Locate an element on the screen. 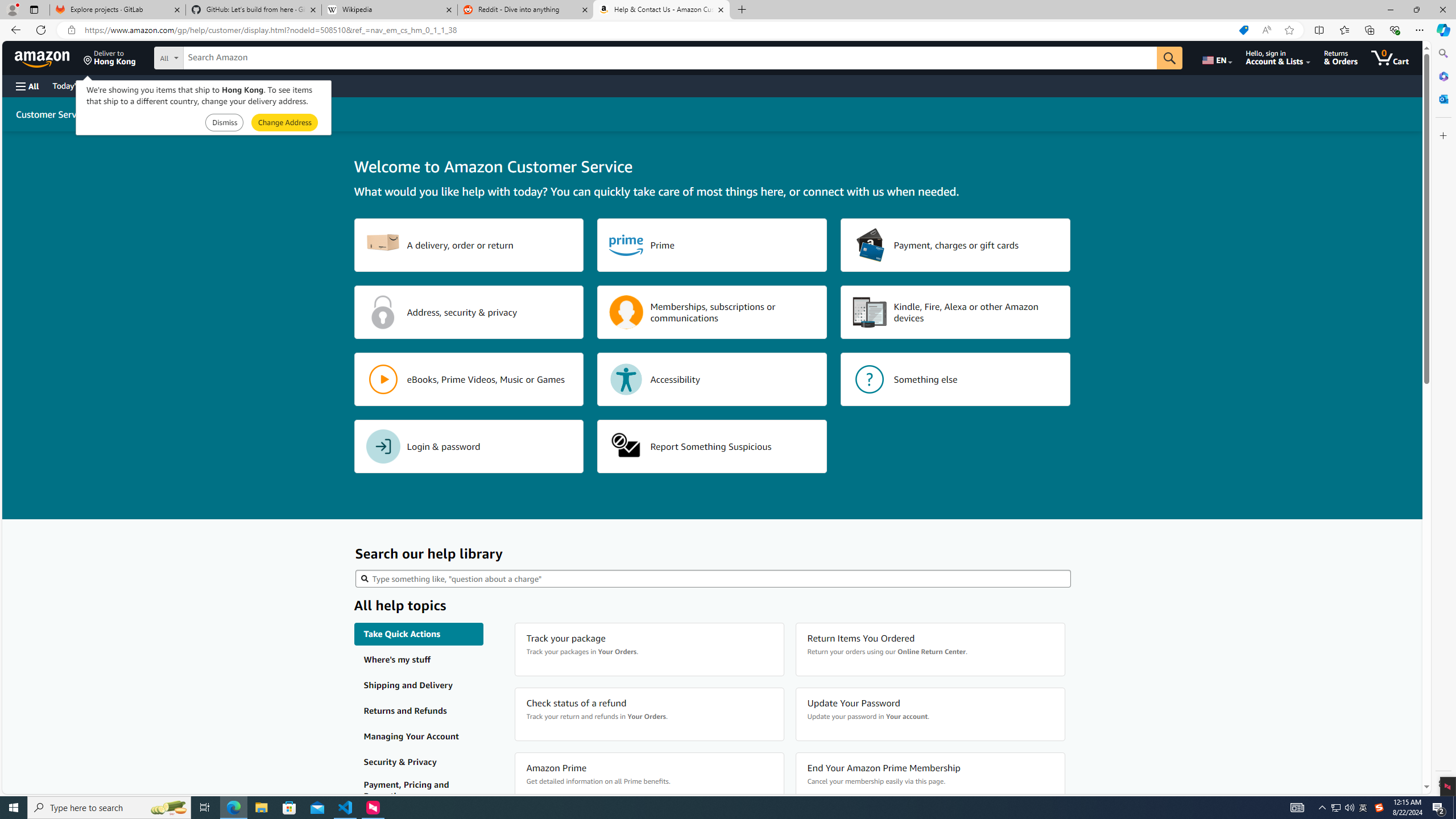 Image resolution: width=1456 pixels, height=819 pixels. 'Reddit - Dive into anything' is located at coordinates (526, 9).